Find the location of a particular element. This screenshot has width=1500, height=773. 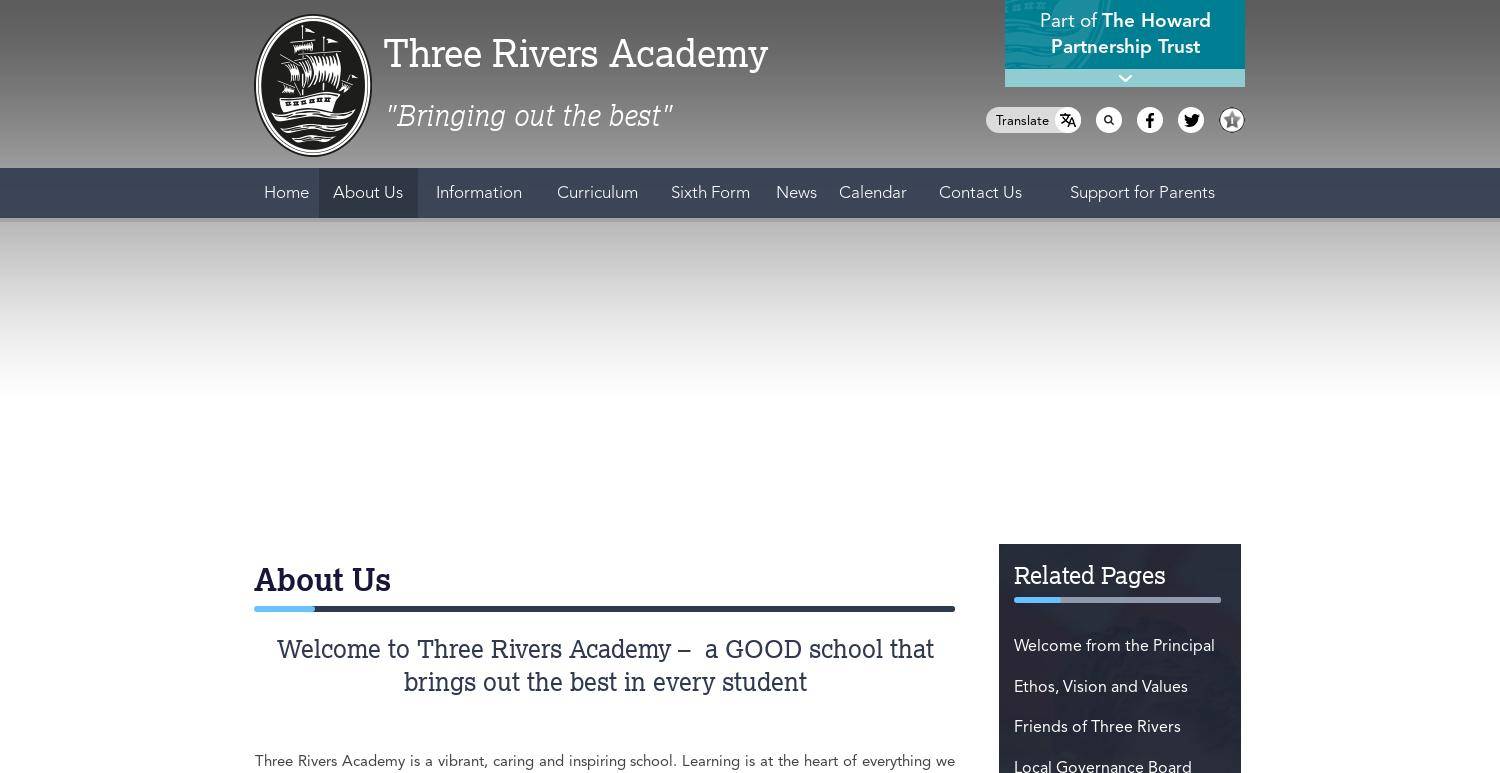

'Nov' is located at coordinates (637, 417).